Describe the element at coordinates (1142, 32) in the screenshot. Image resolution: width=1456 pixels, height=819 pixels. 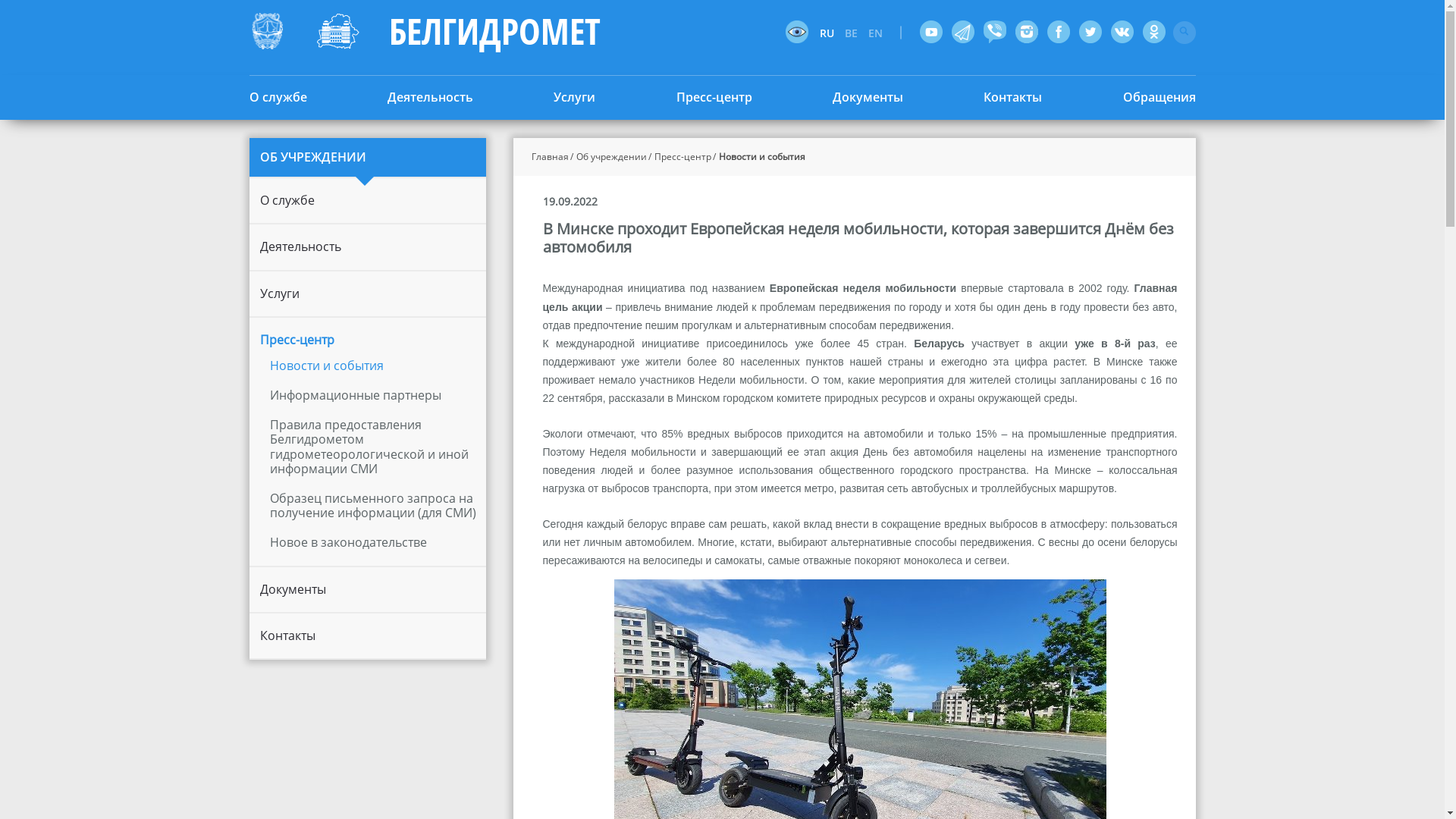
I see `'ok.ru'` at that location.